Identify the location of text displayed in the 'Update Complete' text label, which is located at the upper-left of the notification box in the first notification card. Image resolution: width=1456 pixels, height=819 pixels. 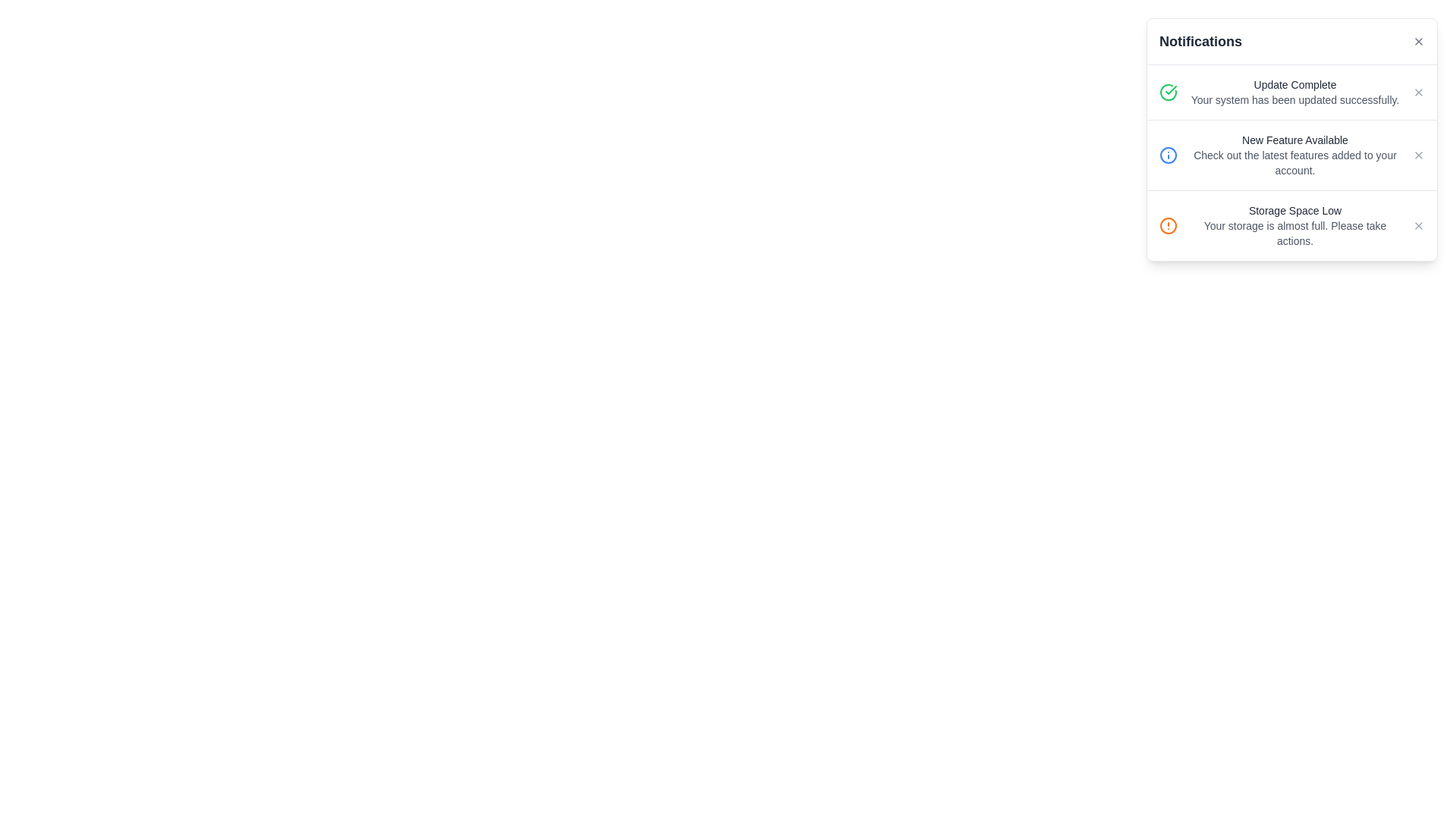
(1294, 84).